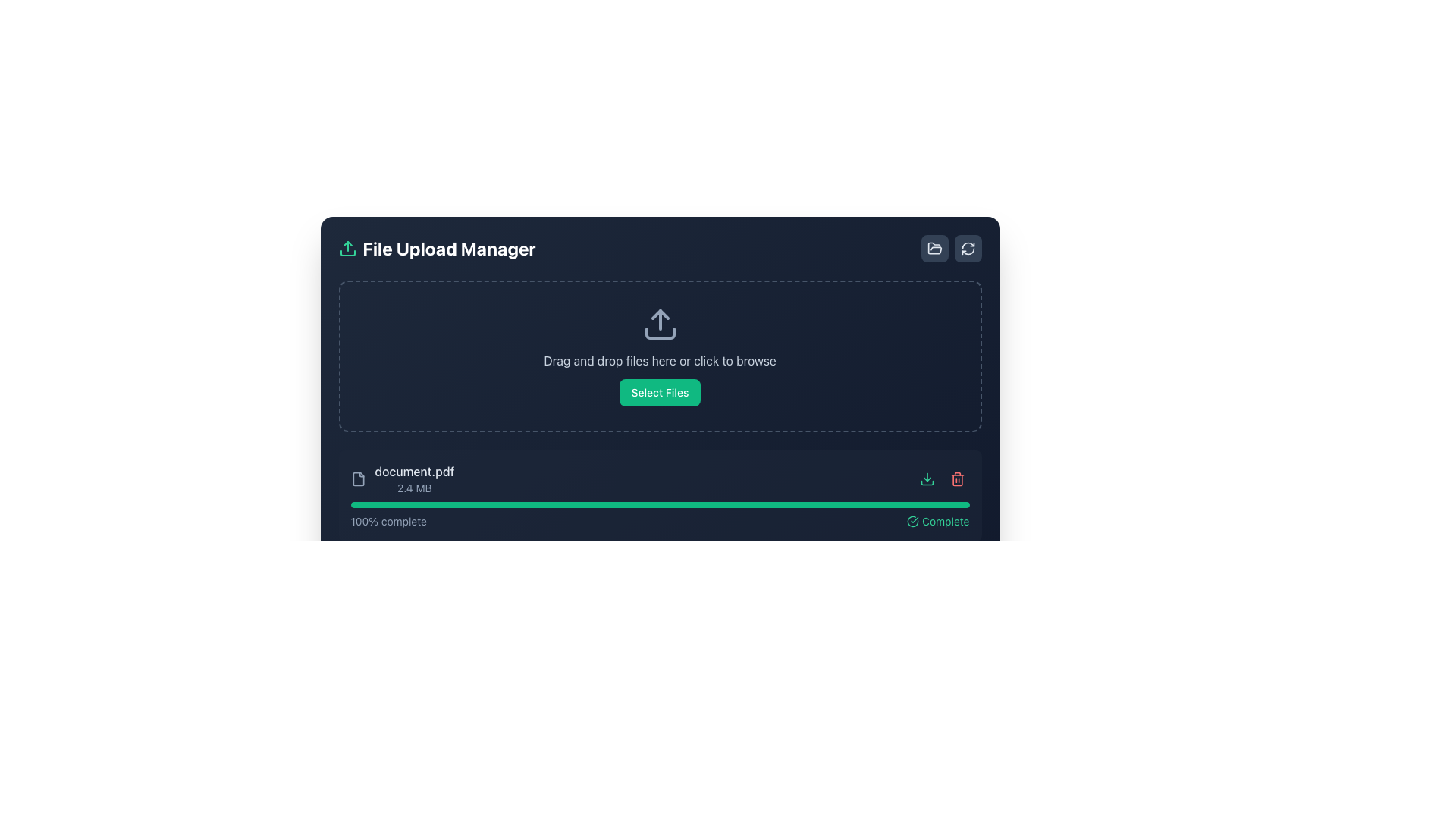 This screenshot has width=1456, height=819. Describe the element at coordinates (347, 247) in the screenshot. I see `the upload icon, which is styled as an upward-pointing arrow in bright emerald green, located to the left of the 'File Upload Manager' text in the header` at that location.